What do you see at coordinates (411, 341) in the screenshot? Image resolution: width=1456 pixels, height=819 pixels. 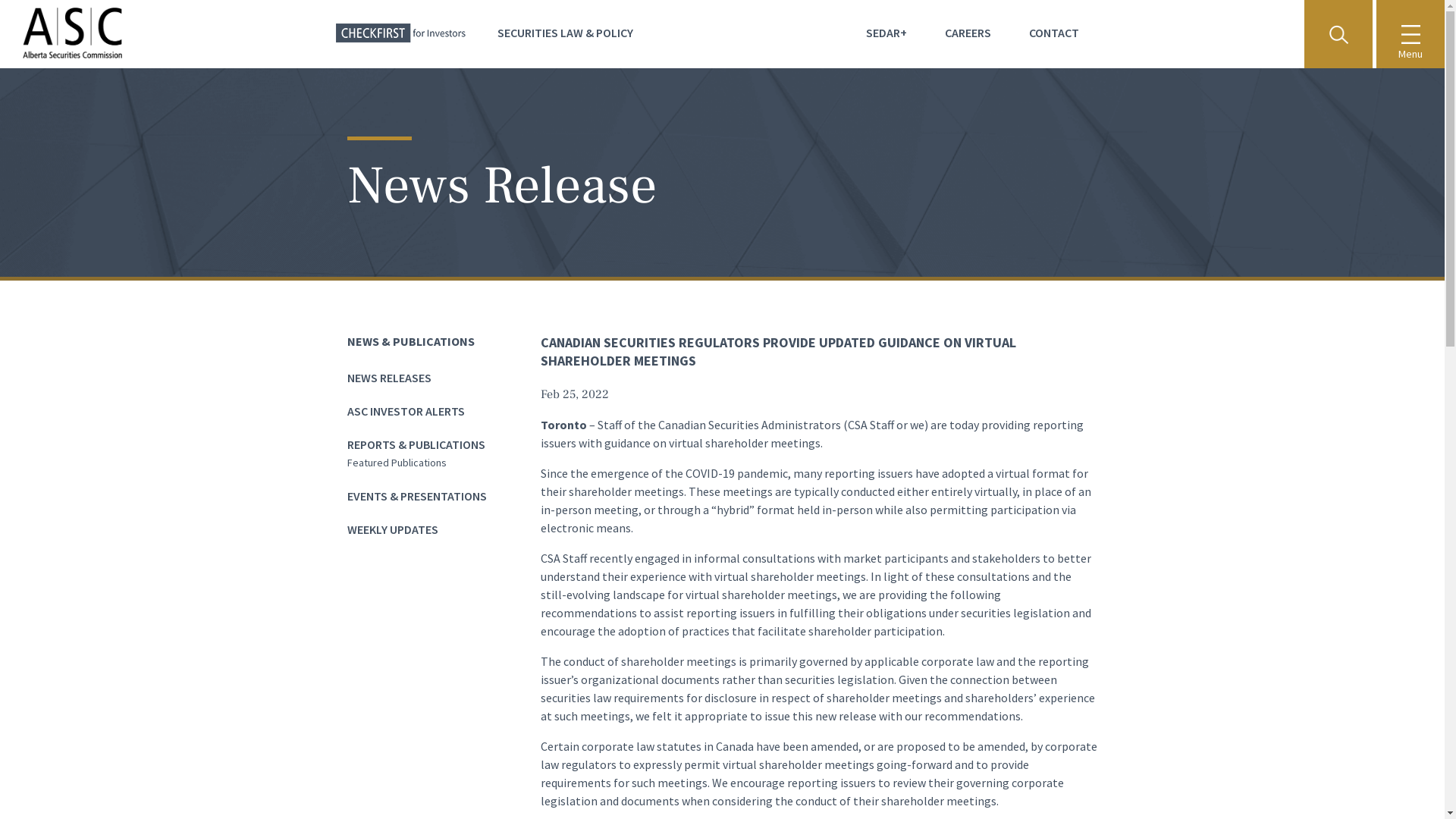 I see `'NEWS & PUBLICATIONS'` at bounding box center [411, 341].